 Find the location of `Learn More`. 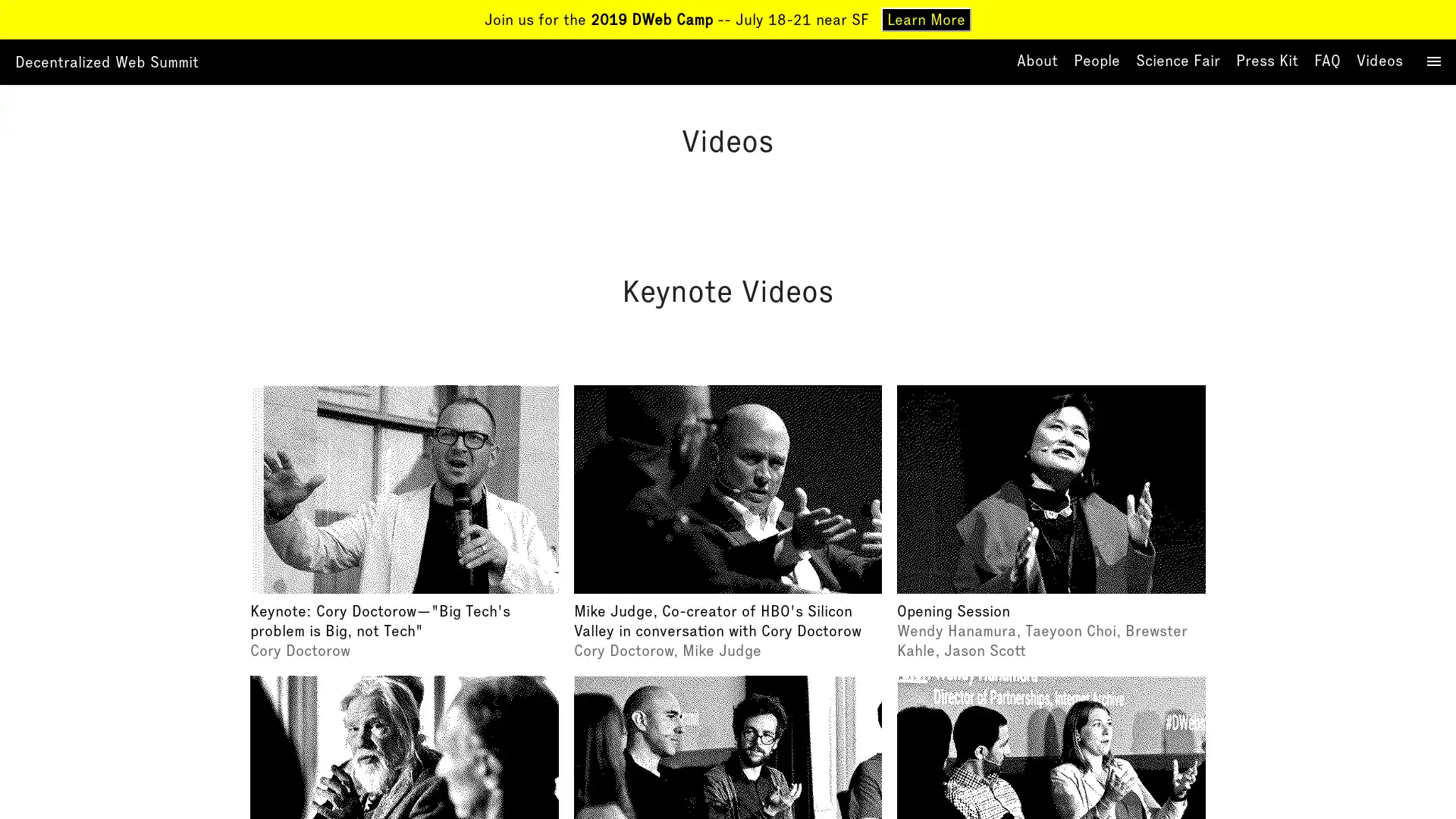

Learn More is located at coordinates (925, 20).